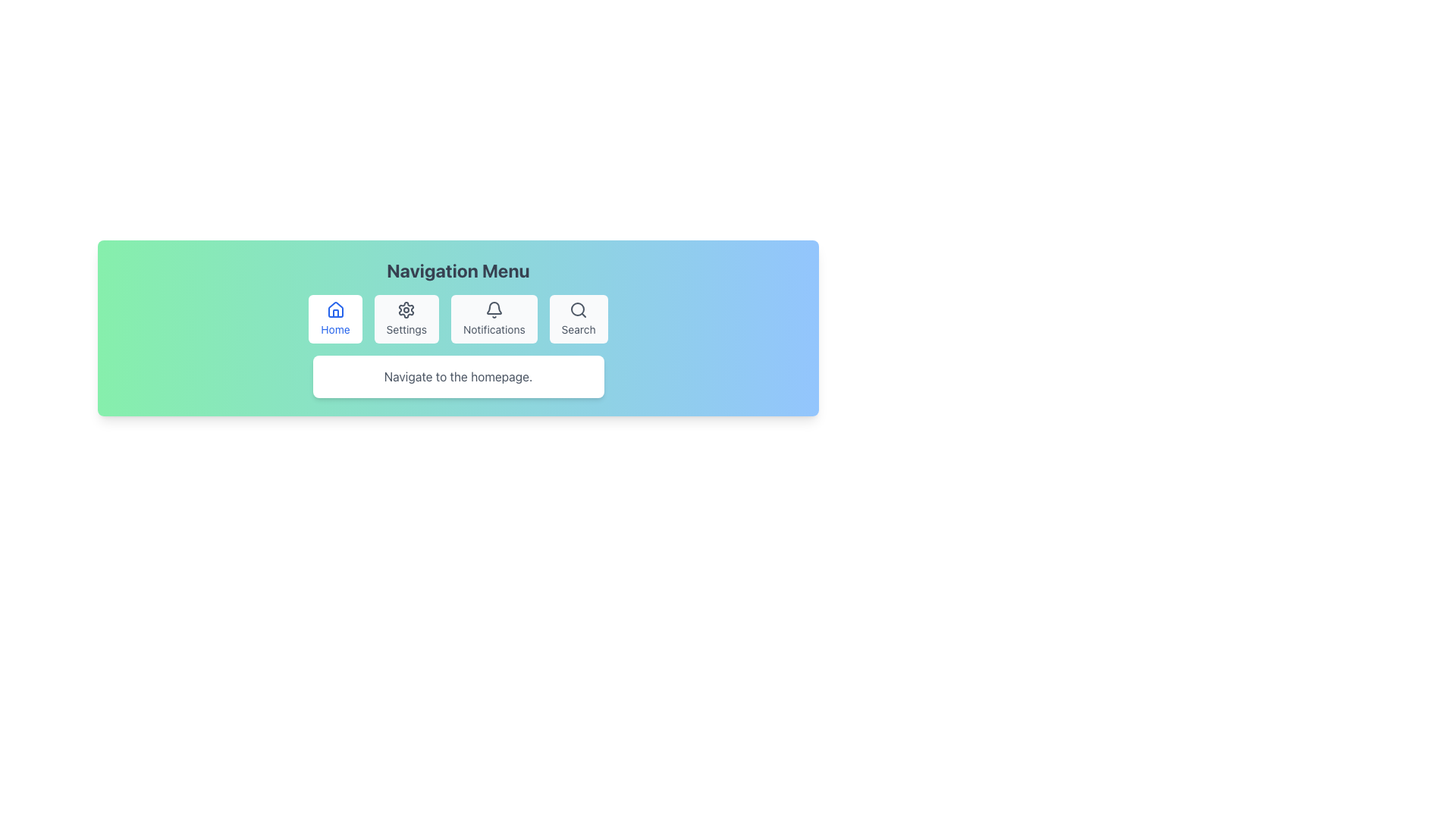 The height and width of the screenshot is (819, 1456). What do you see at coordinates (494, 309) in the screenshot?
I see `the gray, bell-shaped icon located at the top center of the 'Notifications' button in the navigation menu` at bounding box center [494, 309].